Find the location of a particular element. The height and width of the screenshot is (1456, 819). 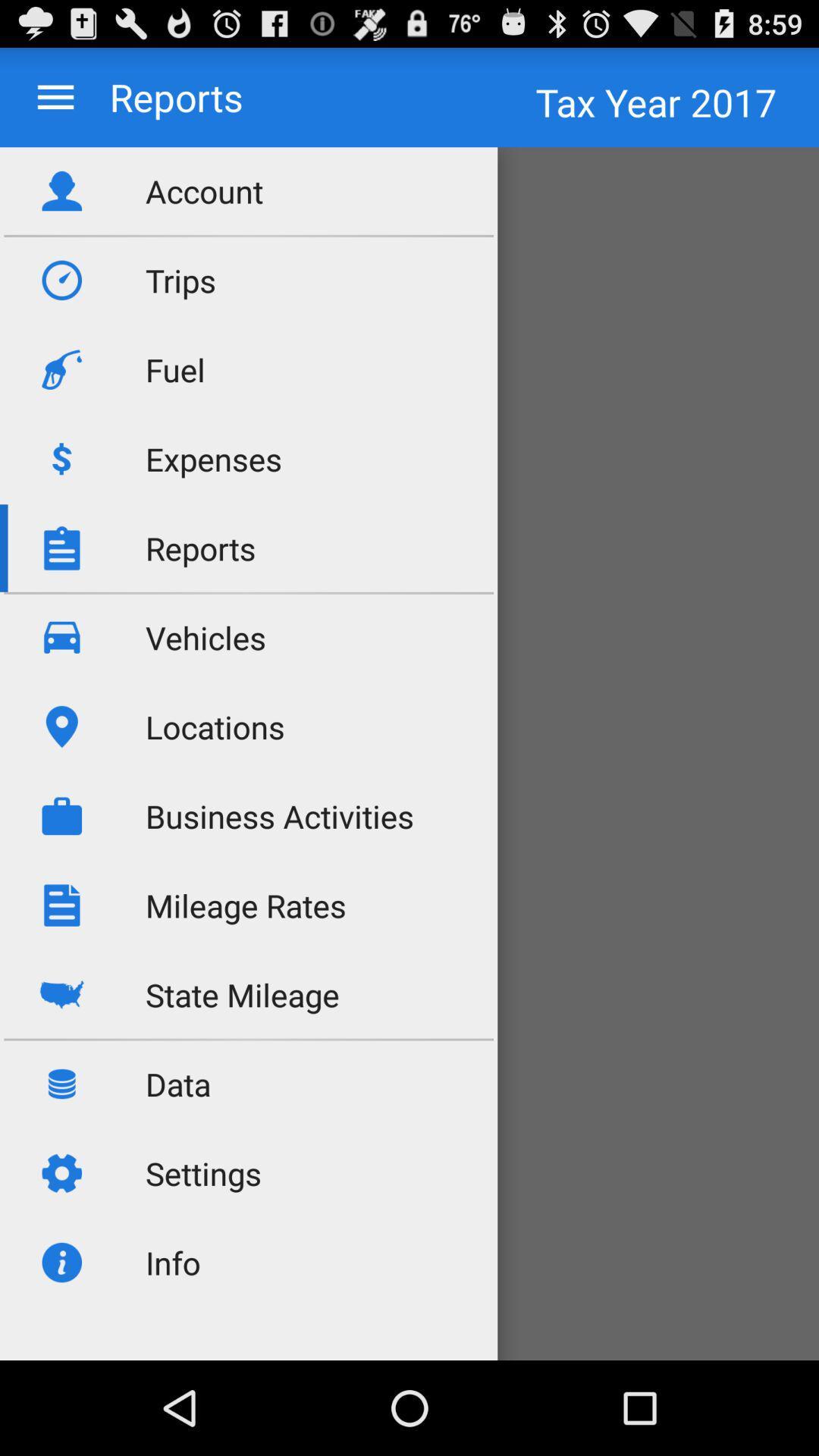

the menu list is located at coordinates (55, 96).